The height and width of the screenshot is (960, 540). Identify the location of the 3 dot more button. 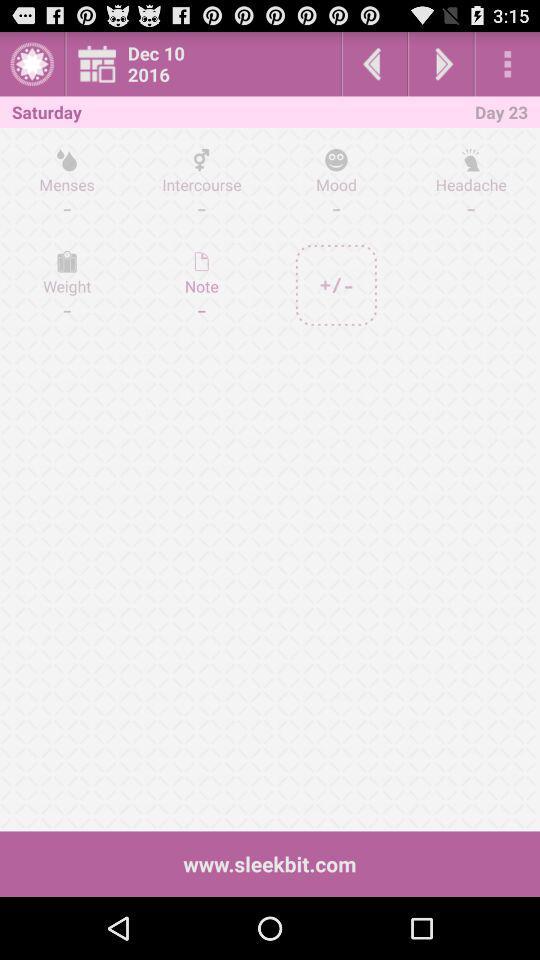
(507, 64).